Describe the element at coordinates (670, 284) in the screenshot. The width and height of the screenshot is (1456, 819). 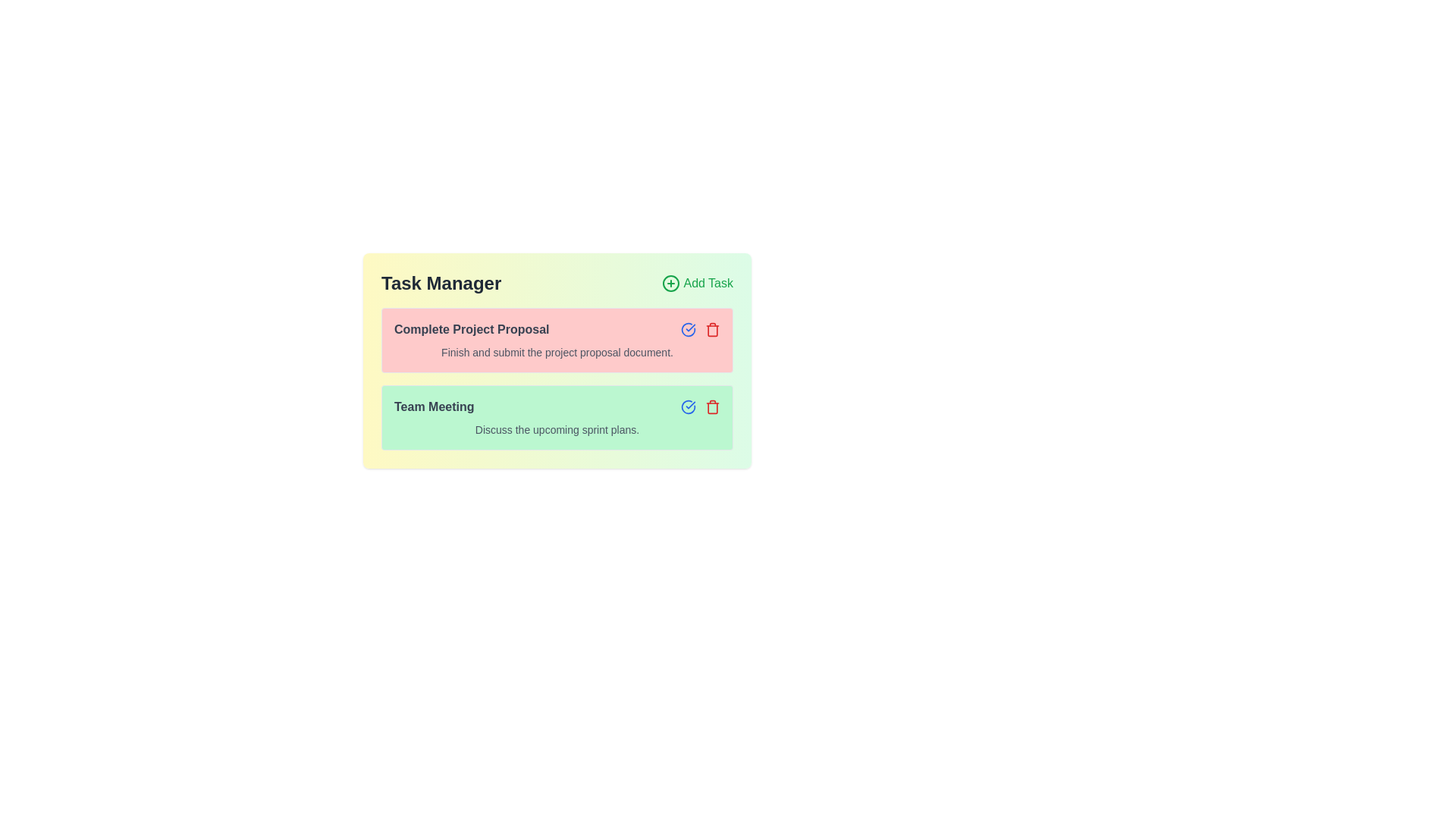
I see `the icon-based button located at the top-right corner of the Task Manager interface` at that location.